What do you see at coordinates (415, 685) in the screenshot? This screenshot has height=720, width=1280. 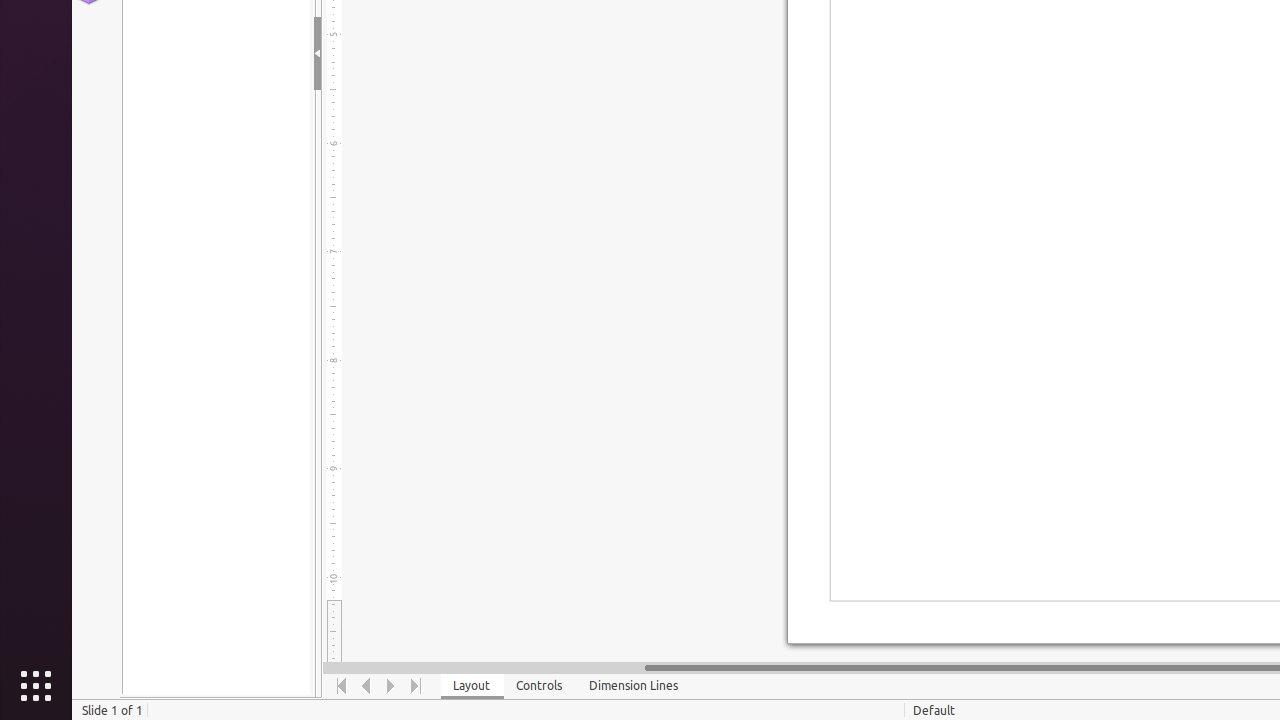 I see `'Move To End'` at bounding box center [415, 685].